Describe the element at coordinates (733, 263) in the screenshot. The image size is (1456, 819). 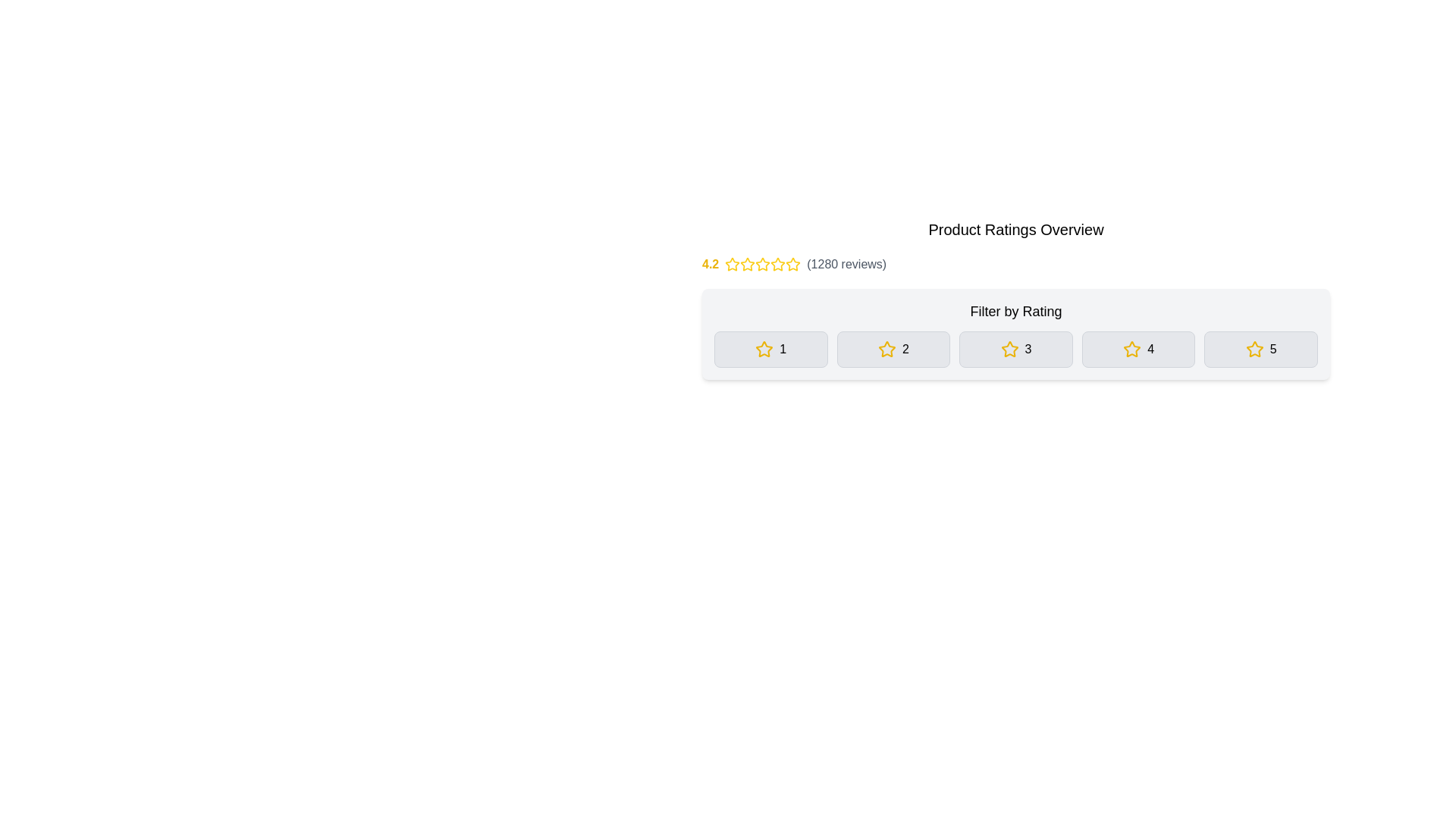
I see `the first star icon in the rating system, which has a yellow outline and is located to the right of the numeric rating text '4.2'` at that location.